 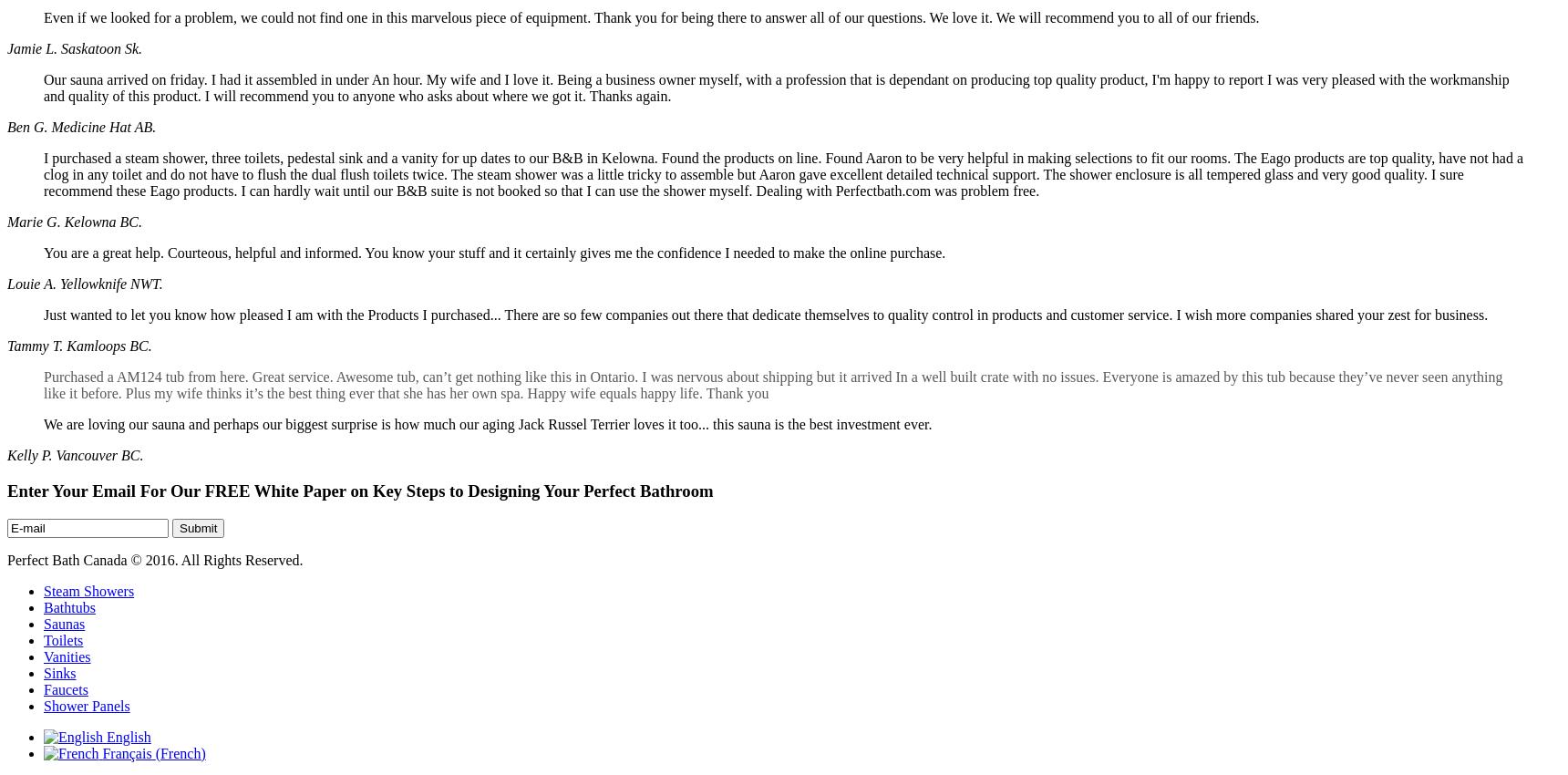 I want to click on 'Toilets', so click(x=62, y=638).